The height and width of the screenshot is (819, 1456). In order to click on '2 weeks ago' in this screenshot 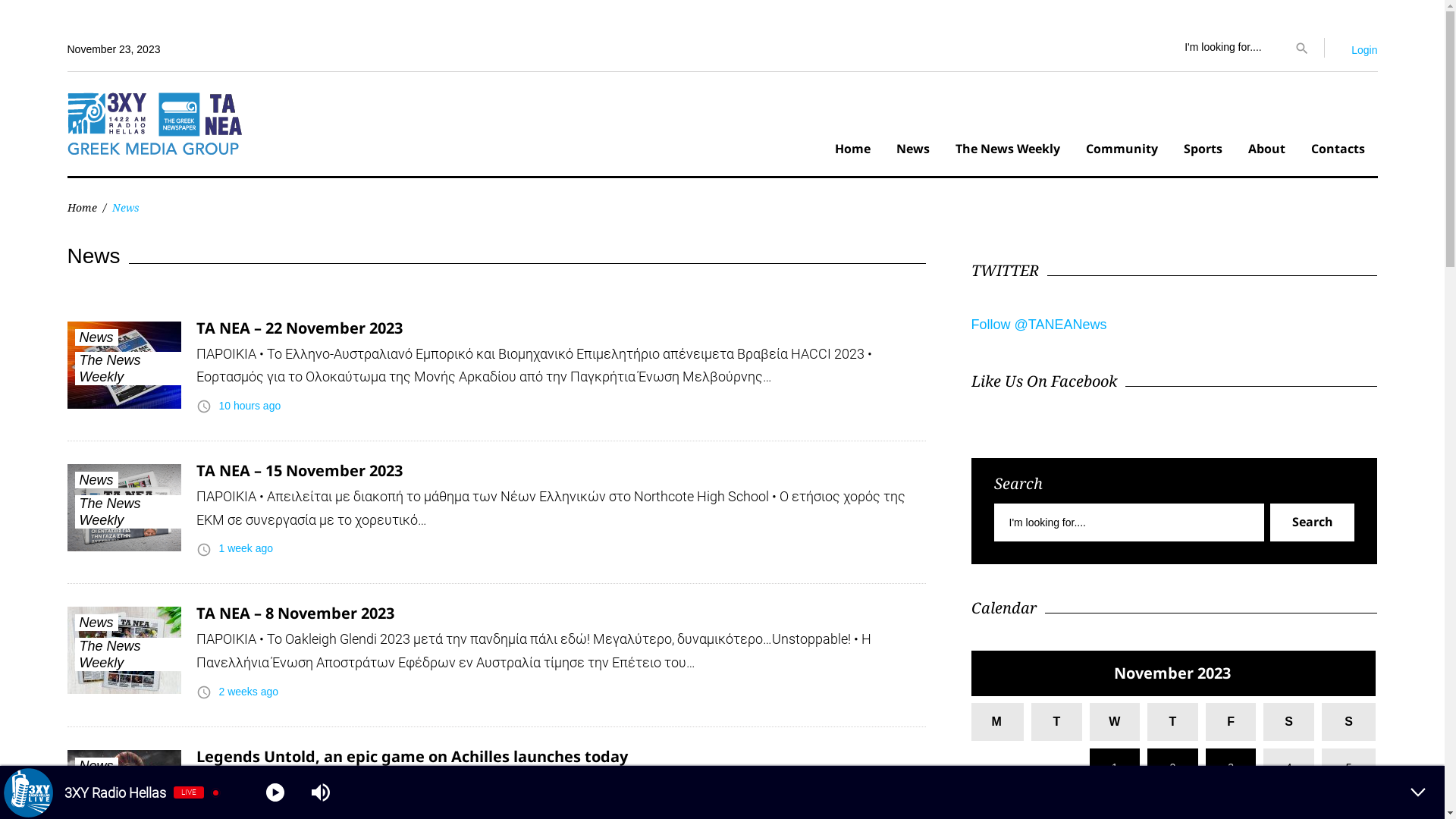, I will do `click(248, 691)`.